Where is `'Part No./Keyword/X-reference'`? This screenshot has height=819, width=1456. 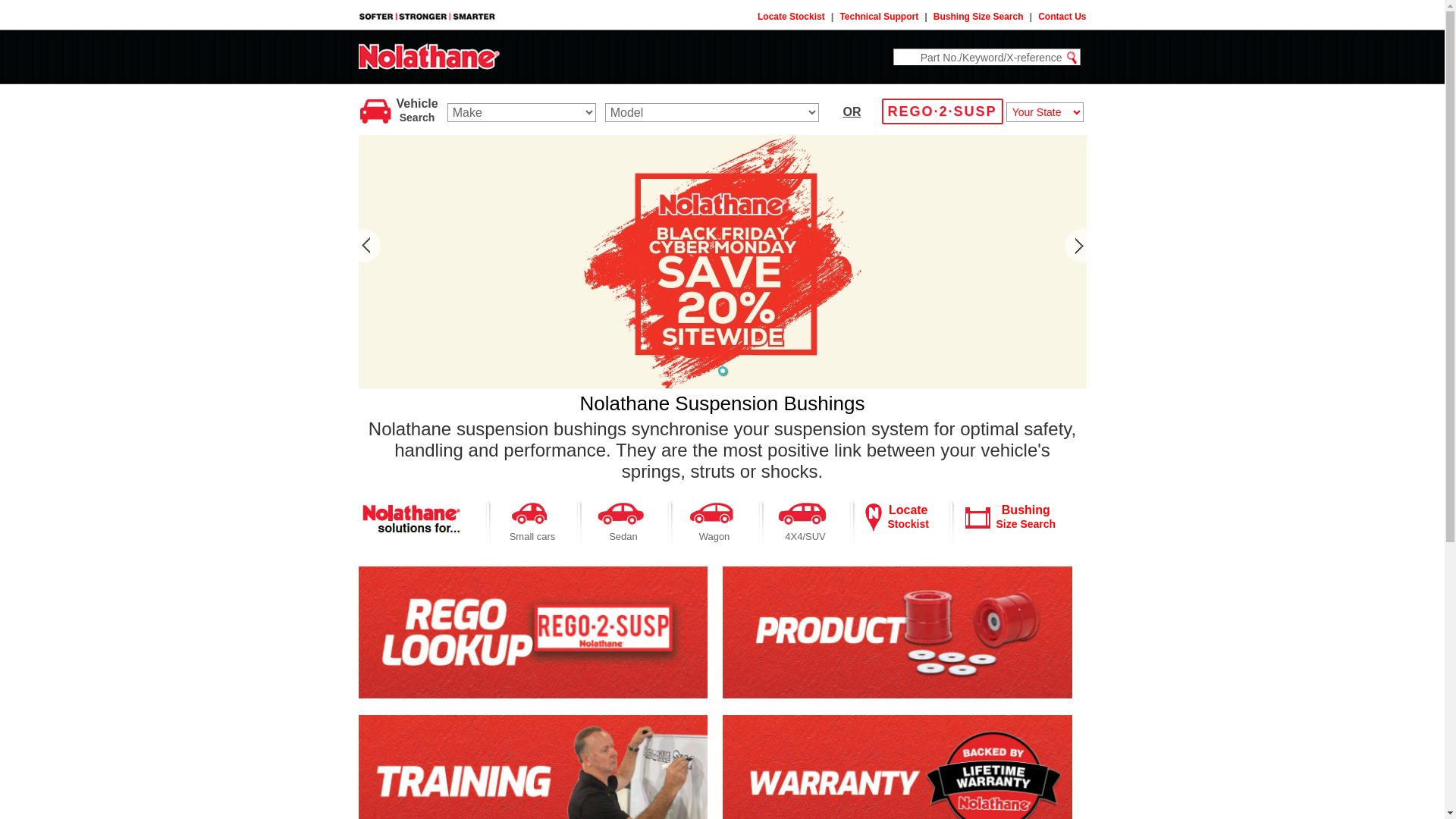
'Part No./Keyword/X-reference' is located at coordinates (978, 56).